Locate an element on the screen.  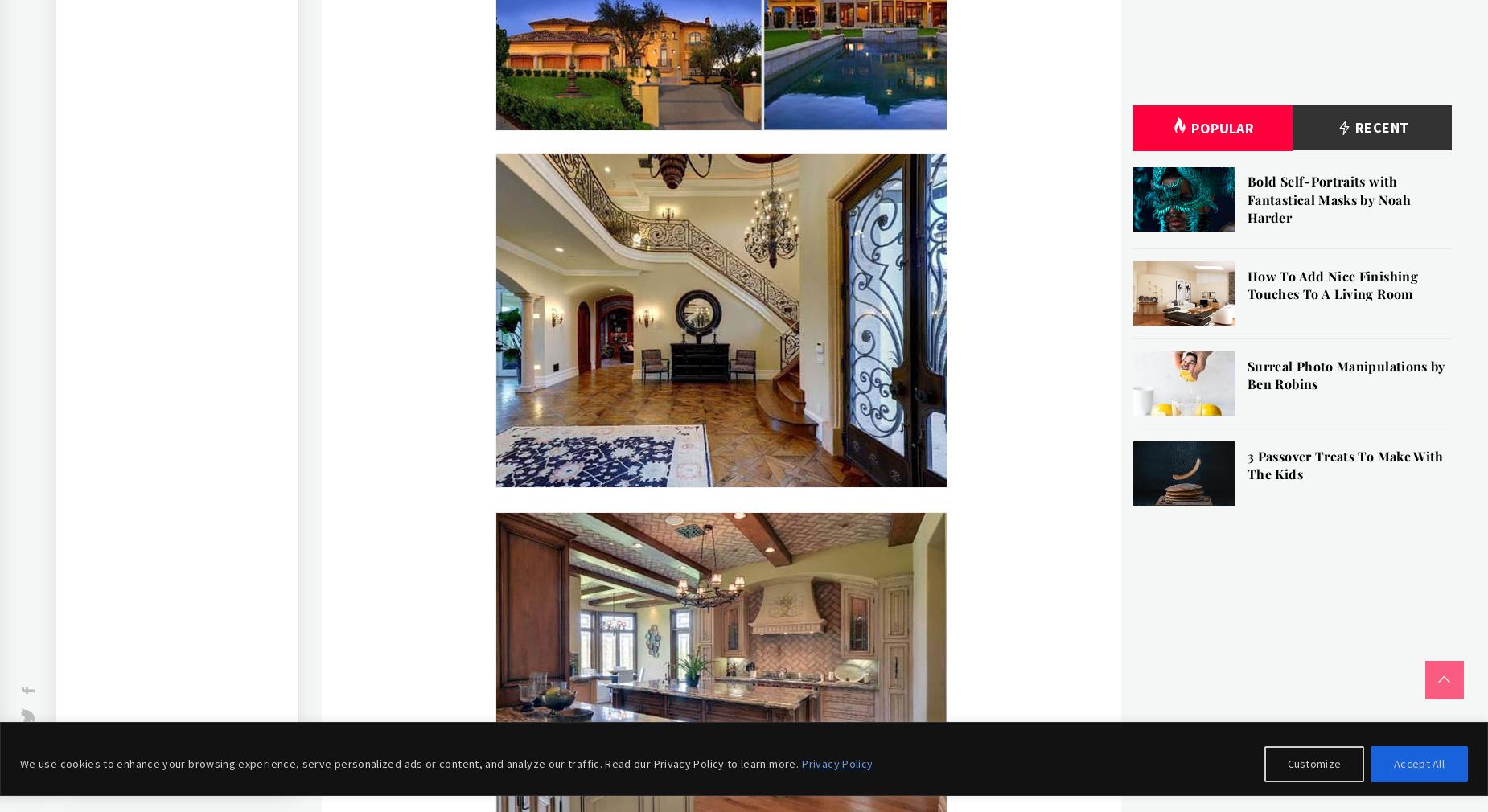
'Accept All' is located at coordinates (1419, 764).